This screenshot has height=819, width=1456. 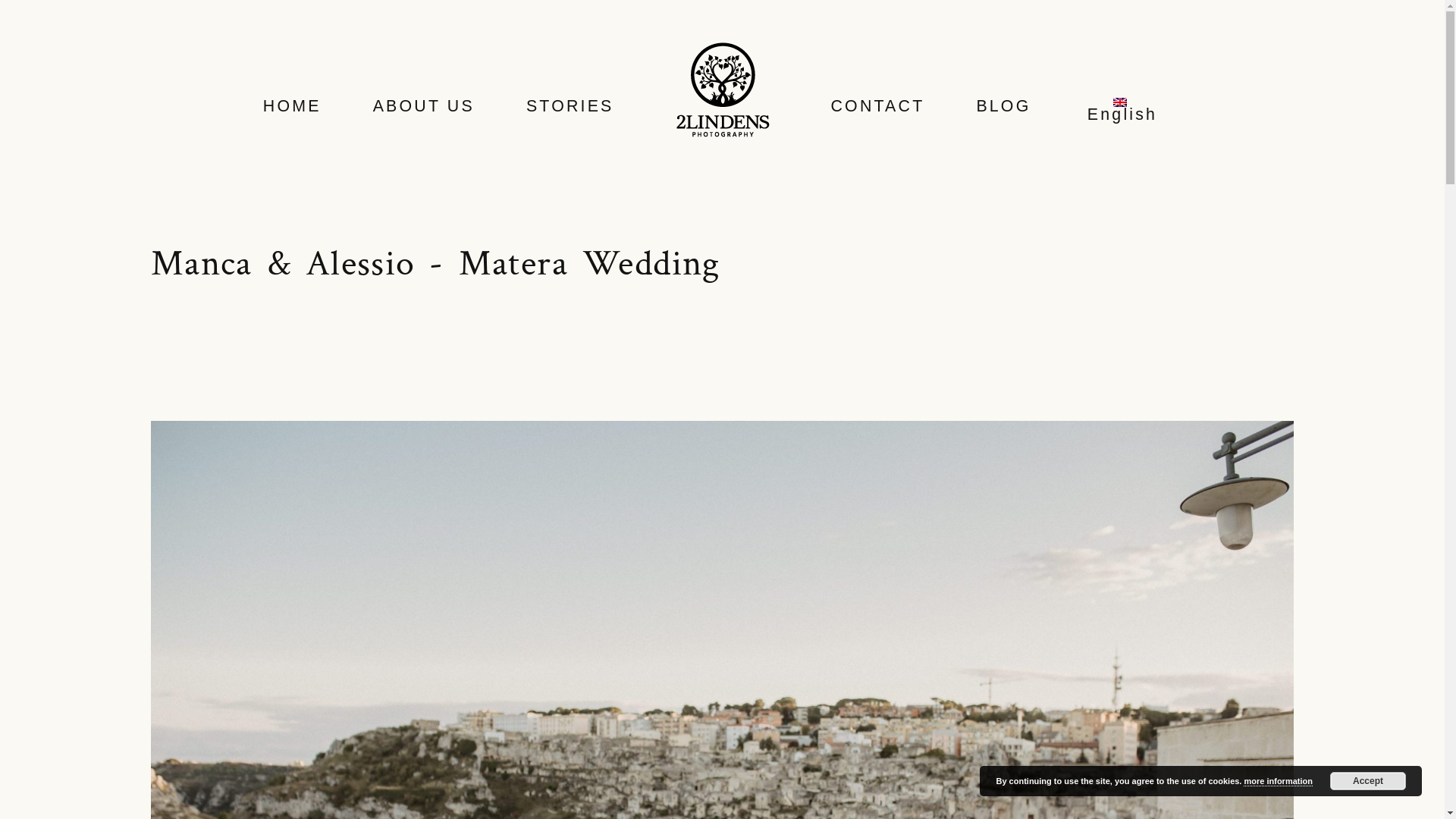 What do you see at coordinates (1276, 781) in the screenshot?
I see `'more information'` at bounding box center [1276, 781].